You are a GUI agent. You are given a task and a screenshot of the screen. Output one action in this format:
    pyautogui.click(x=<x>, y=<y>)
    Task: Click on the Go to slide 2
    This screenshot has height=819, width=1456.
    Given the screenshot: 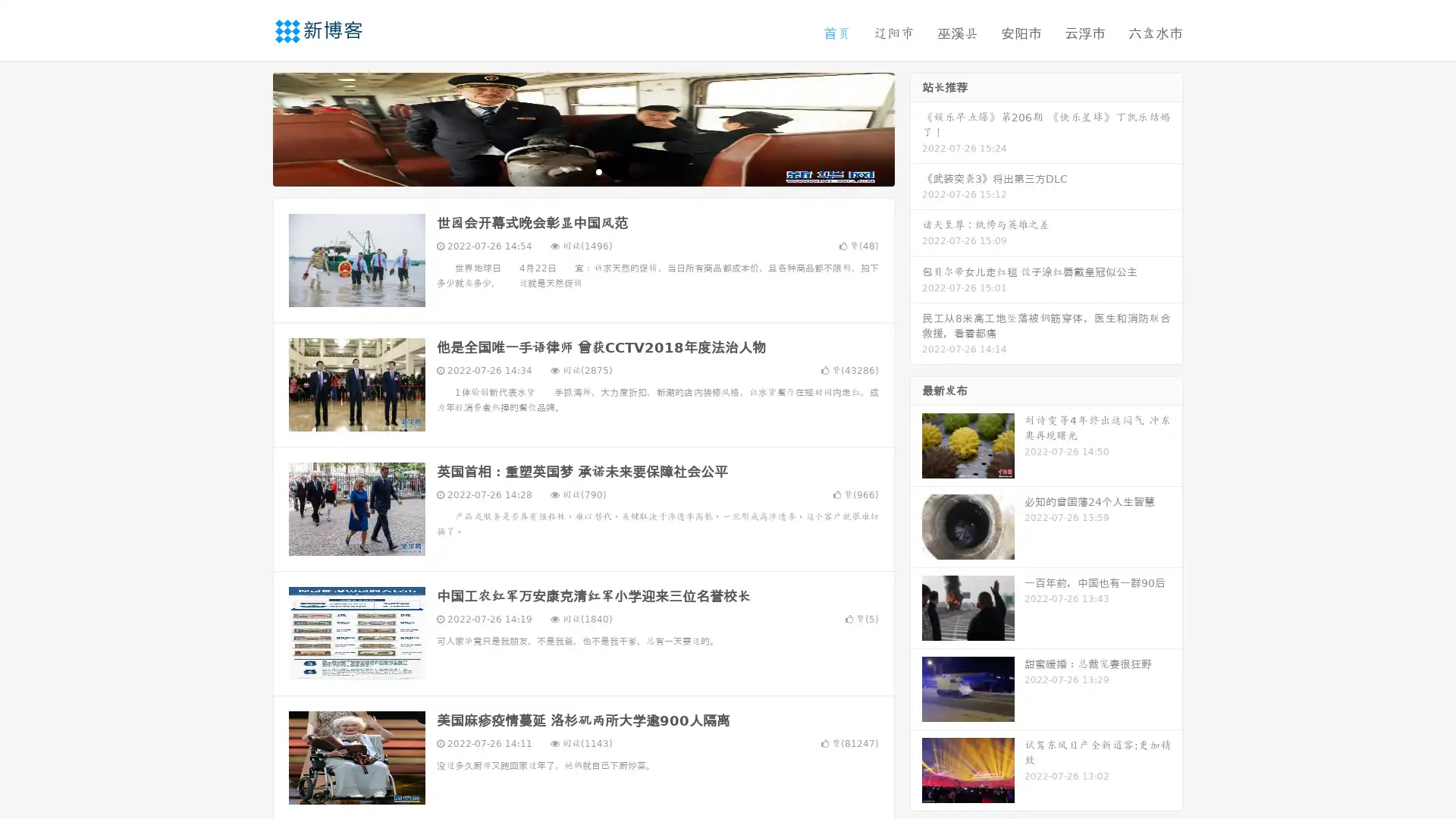 What is the action you would take?
    pyautogui.click(x=582, y=171)
    